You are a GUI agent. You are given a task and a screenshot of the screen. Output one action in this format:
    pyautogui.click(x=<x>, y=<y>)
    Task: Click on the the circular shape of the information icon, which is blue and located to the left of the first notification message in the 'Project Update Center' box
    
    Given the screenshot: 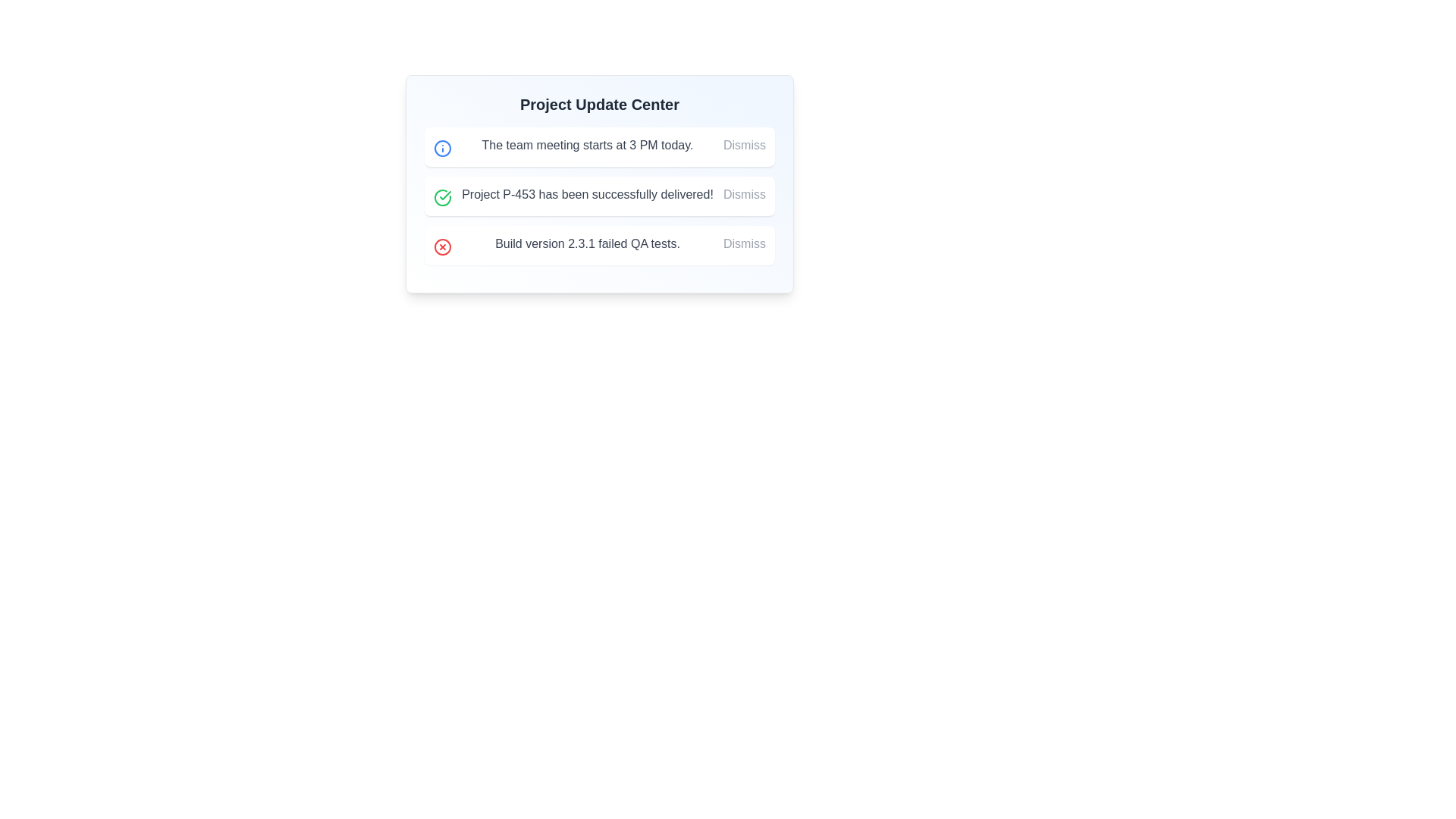 What is the action you would take?
    pyautogui.click(x=442, y=149)
    